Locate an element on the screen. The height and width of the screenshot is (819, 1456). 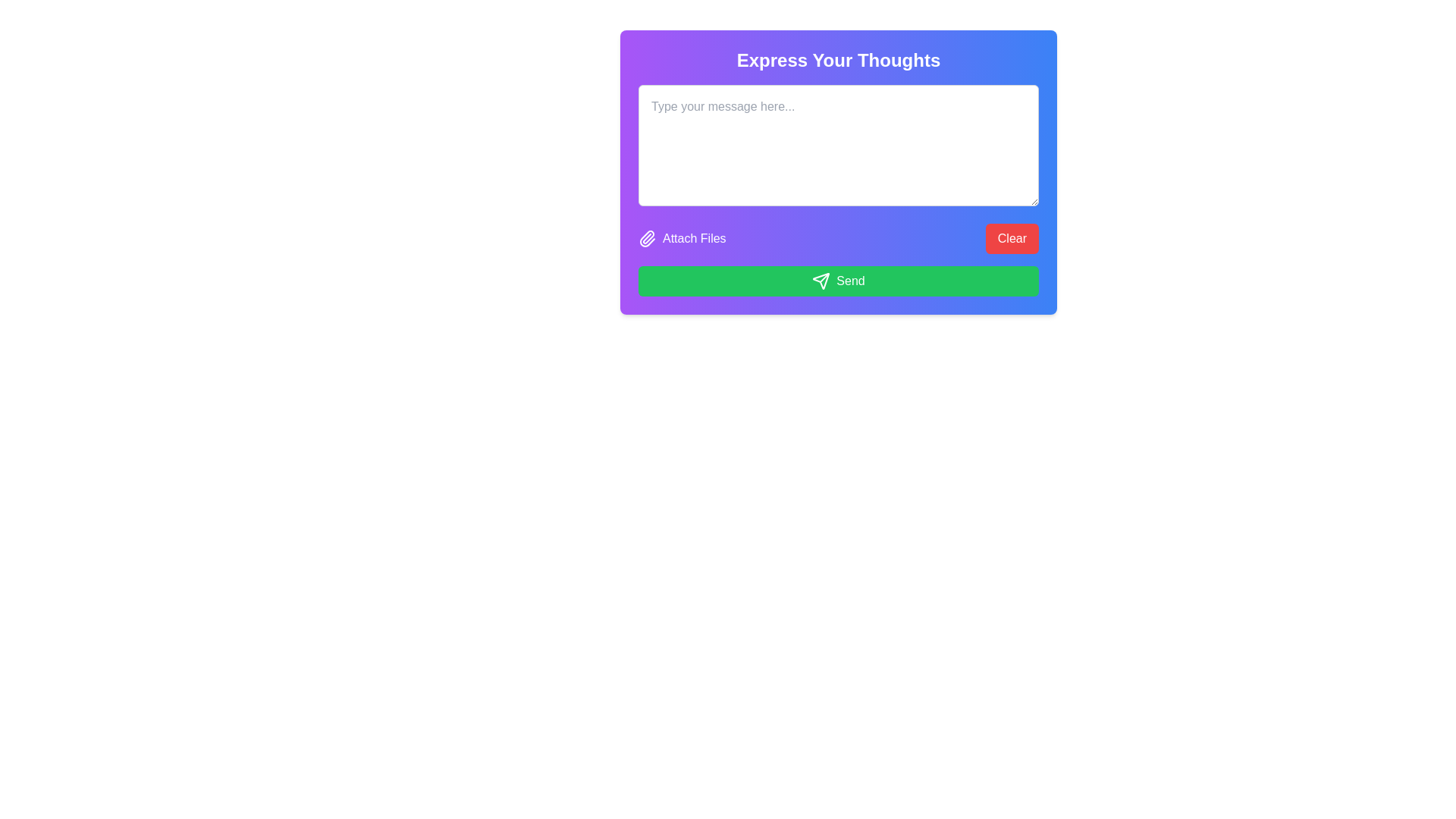
the 'send' icon, which resembles a paper airplane, located at the bottom center of the interface within a green button labeled 'Send' is located at coordinates (821, 281).